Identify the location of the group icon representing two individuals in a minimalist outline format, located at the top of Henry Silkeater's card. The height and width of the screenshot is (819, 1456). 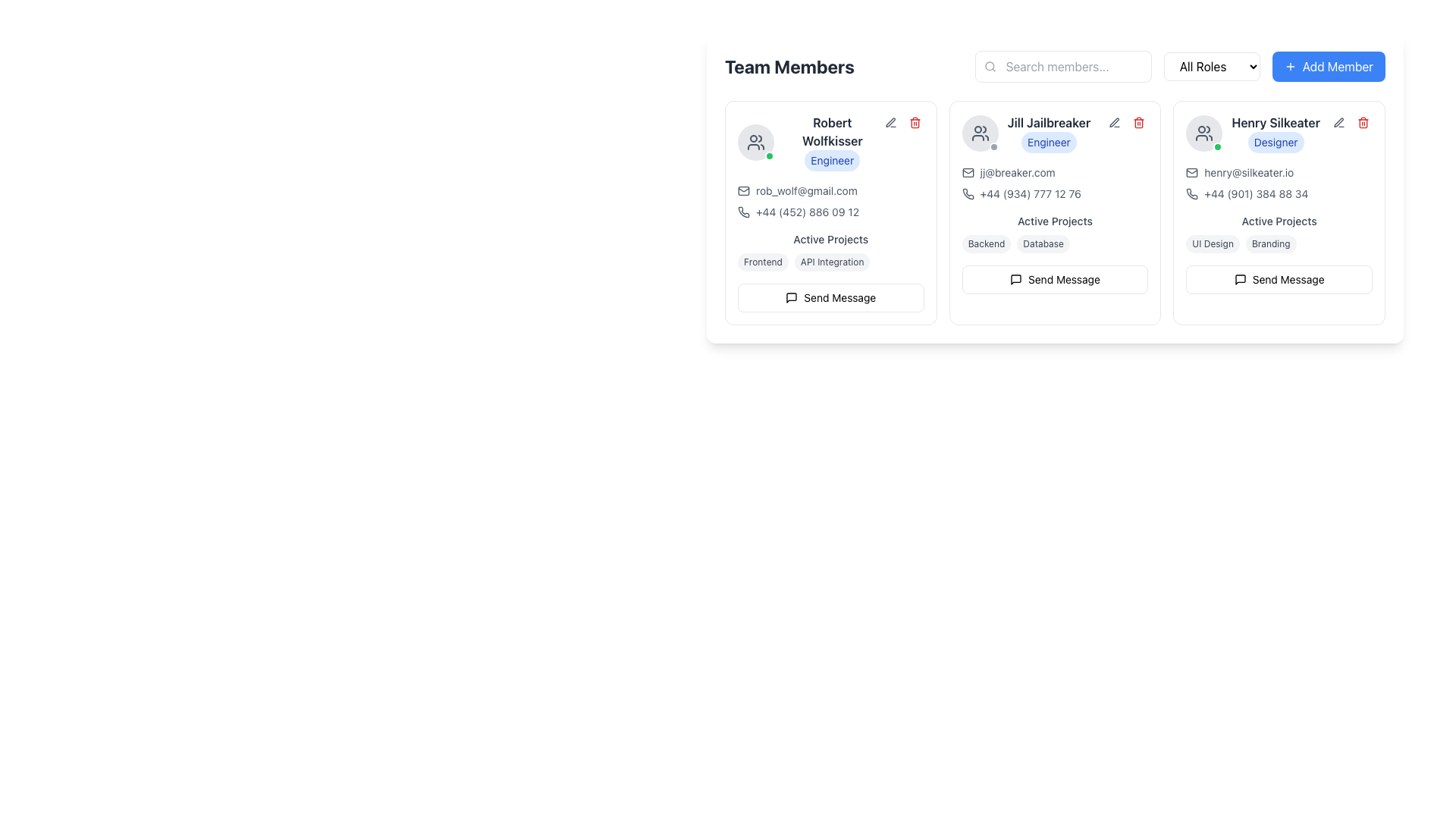
(1203, 133).